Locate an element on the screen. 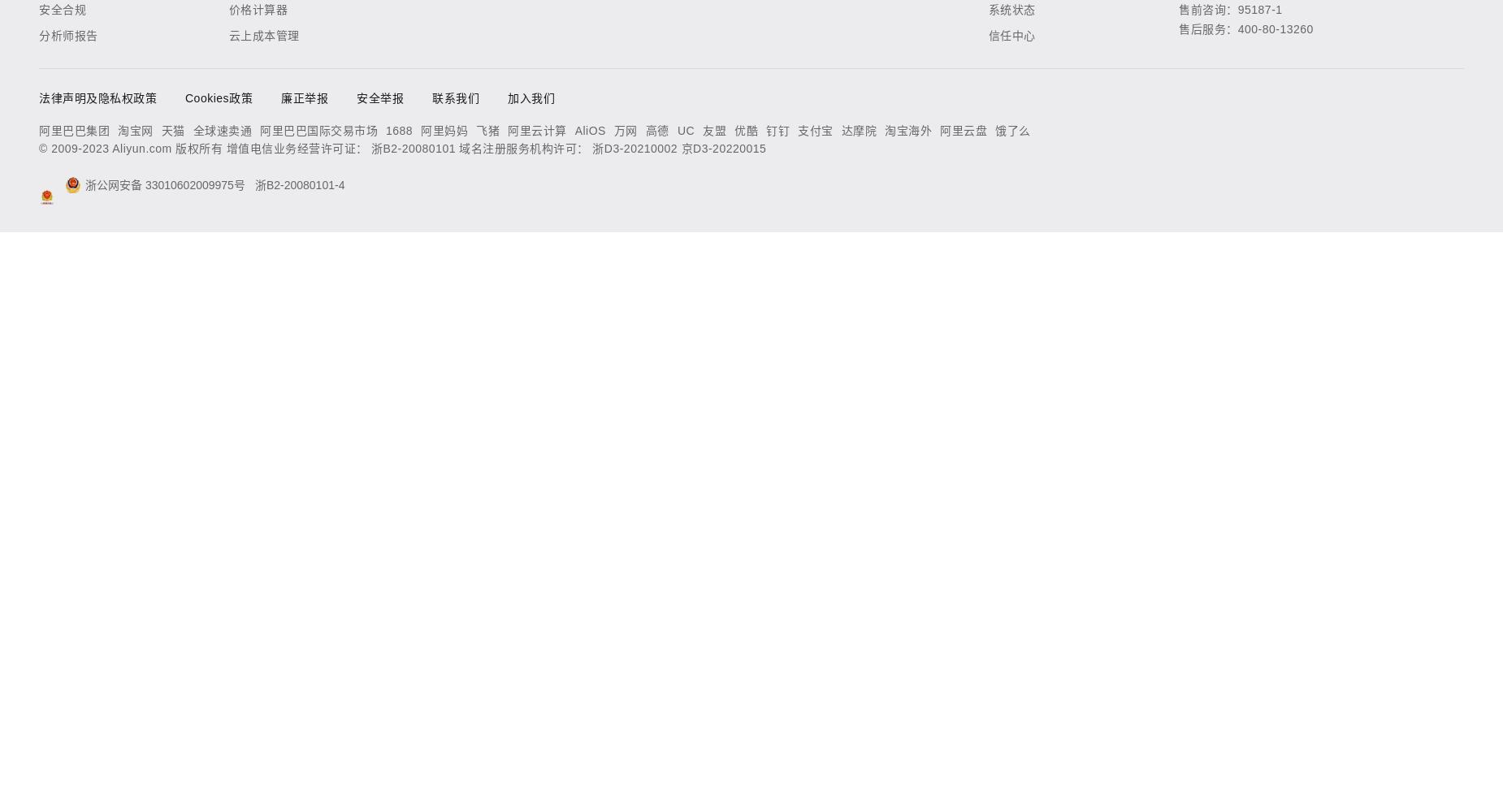  '1688' is located at coordinates (399, 131).